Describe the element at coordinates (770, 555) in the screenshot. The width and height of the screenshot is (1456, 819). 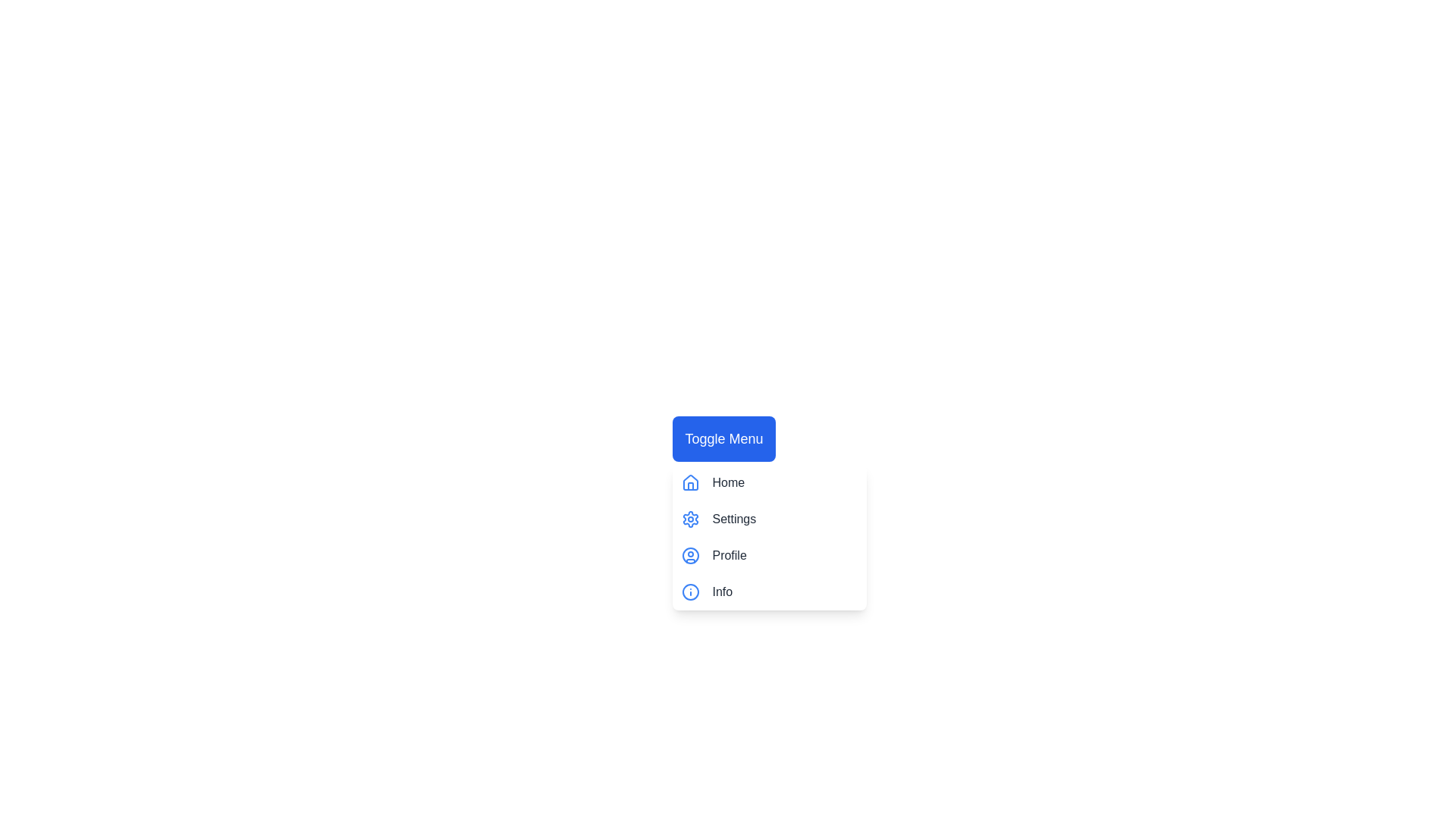
I see `the menu item Profile to highlight it` at that location.